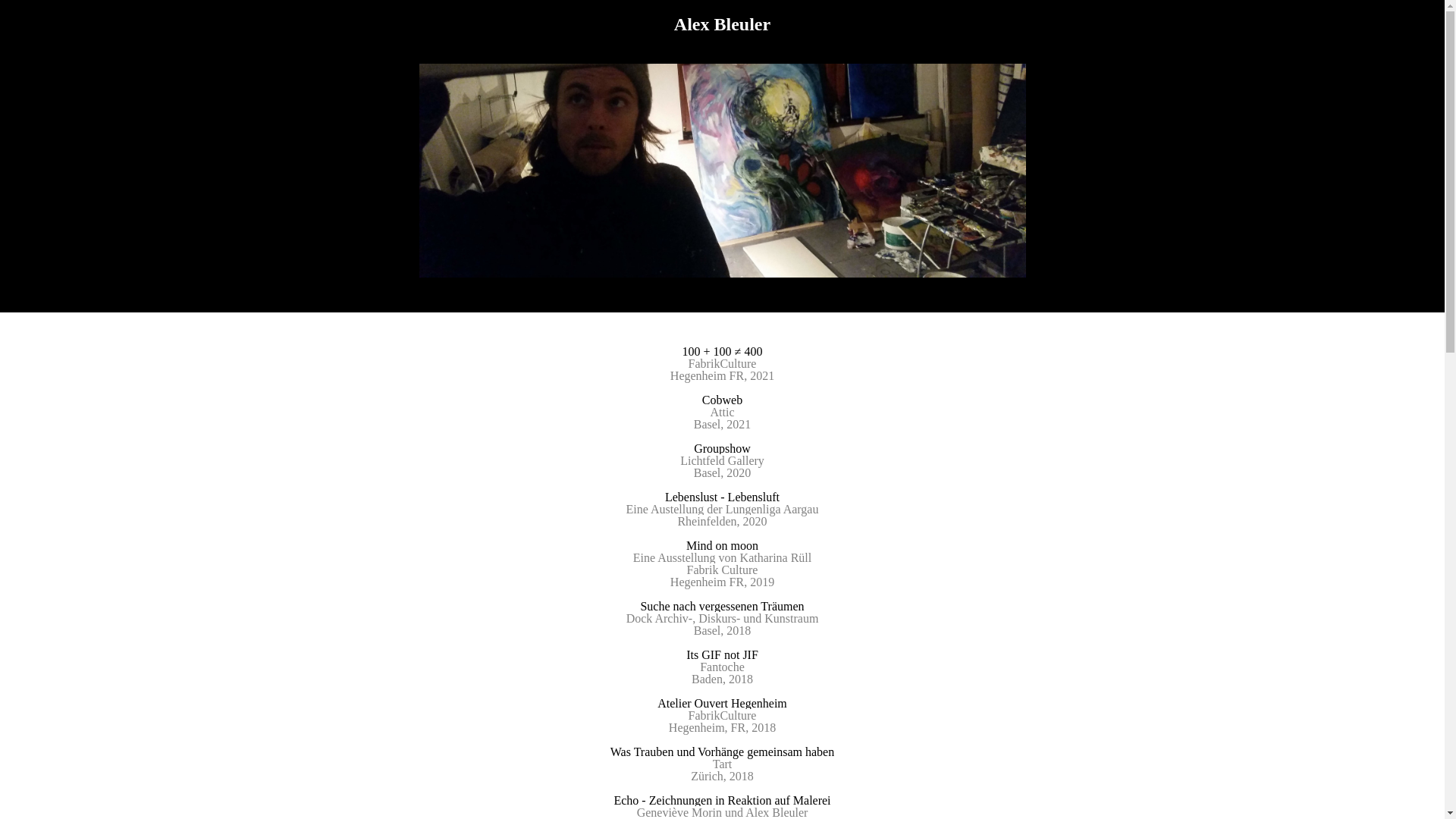 The image size is (1456, 819). I want to click on 'Groupshow', so click(721, 447).